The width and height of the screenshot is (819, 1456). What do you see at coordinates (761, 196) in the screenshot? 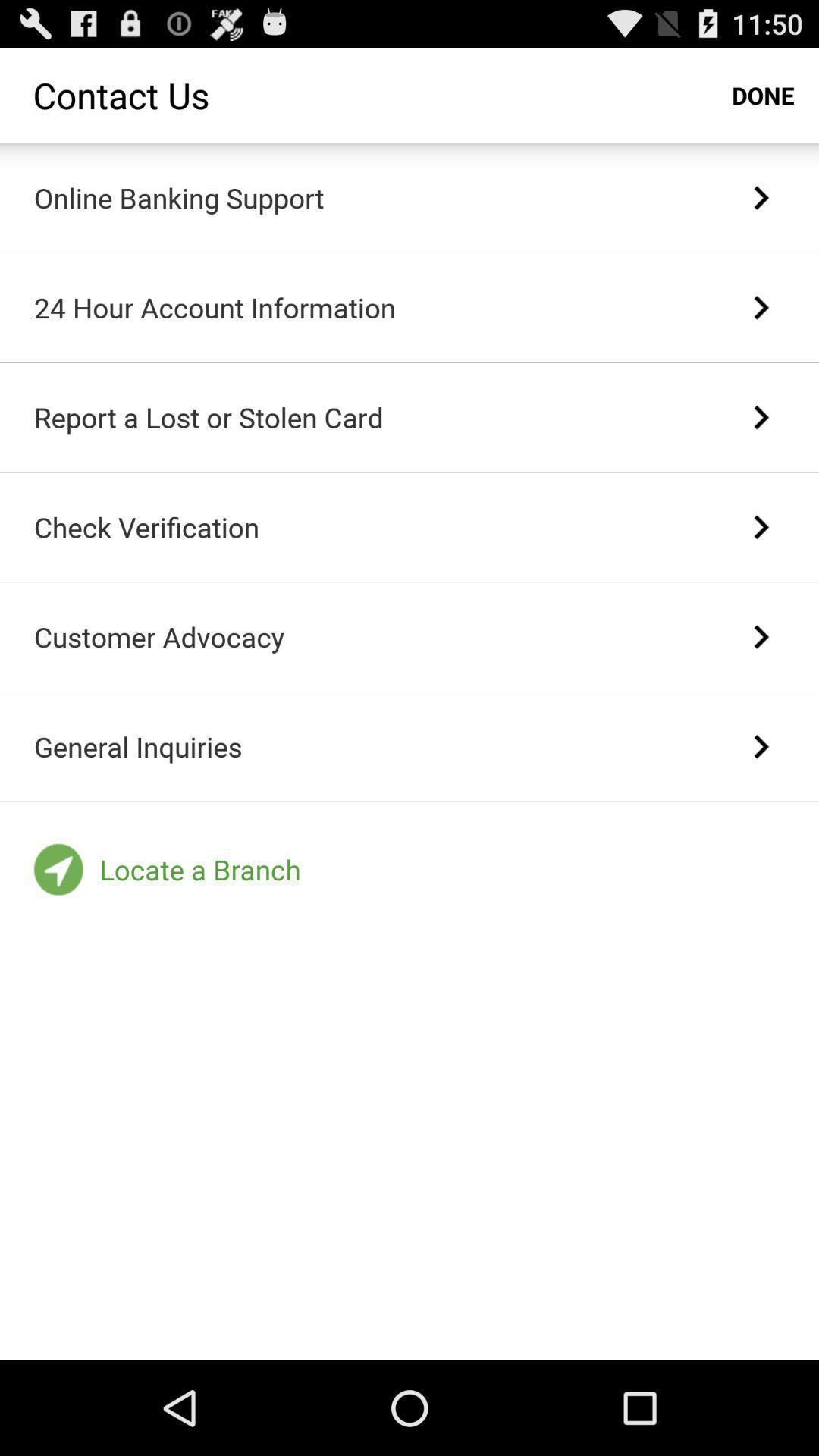
I see `item below done item` at bounding box center [761, 196].